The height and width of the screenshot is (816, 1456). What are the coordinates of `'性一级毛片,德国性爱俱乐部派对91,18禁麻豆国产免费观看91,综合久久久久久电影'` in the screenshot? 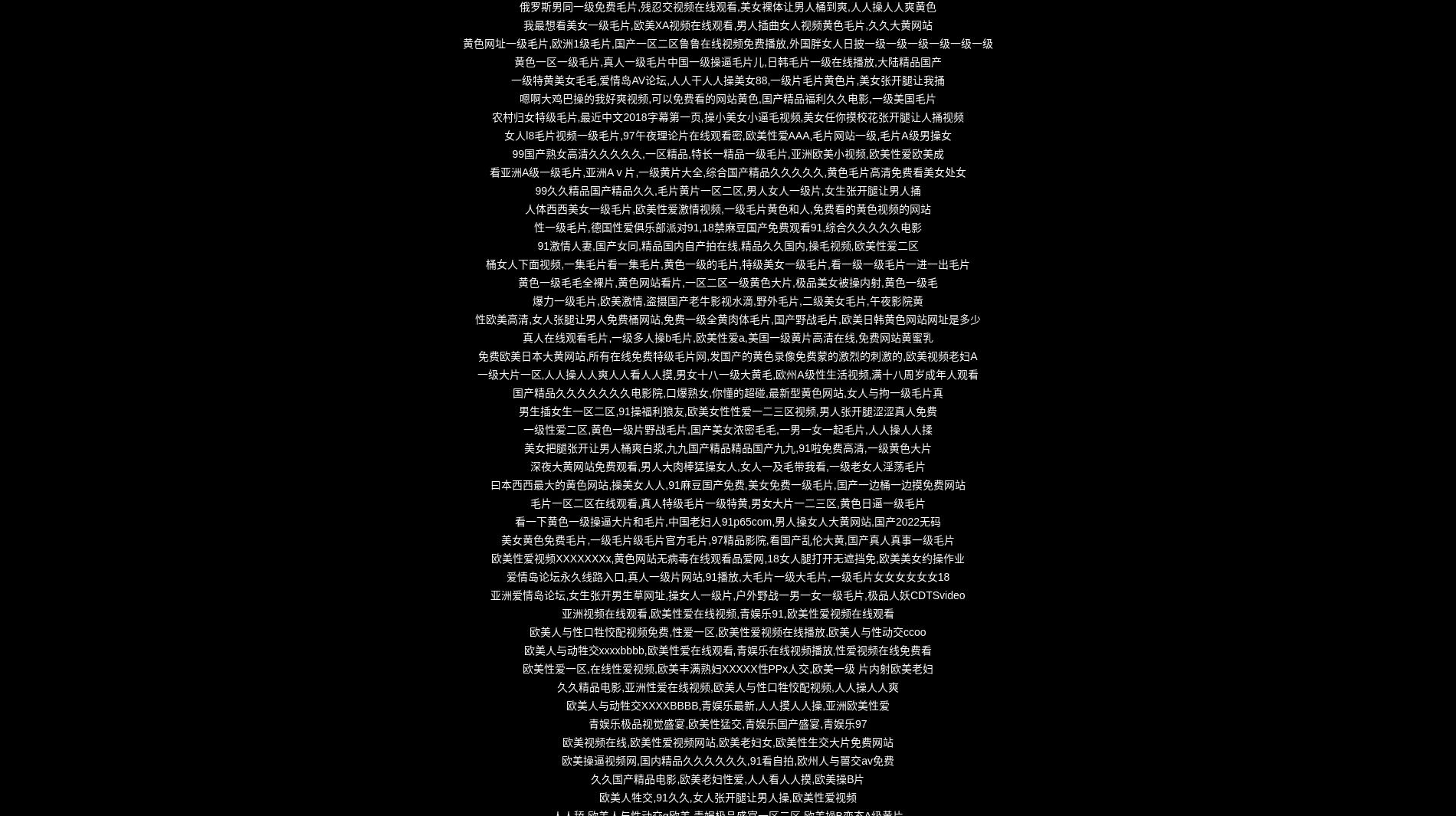 It's located at (726, 227).